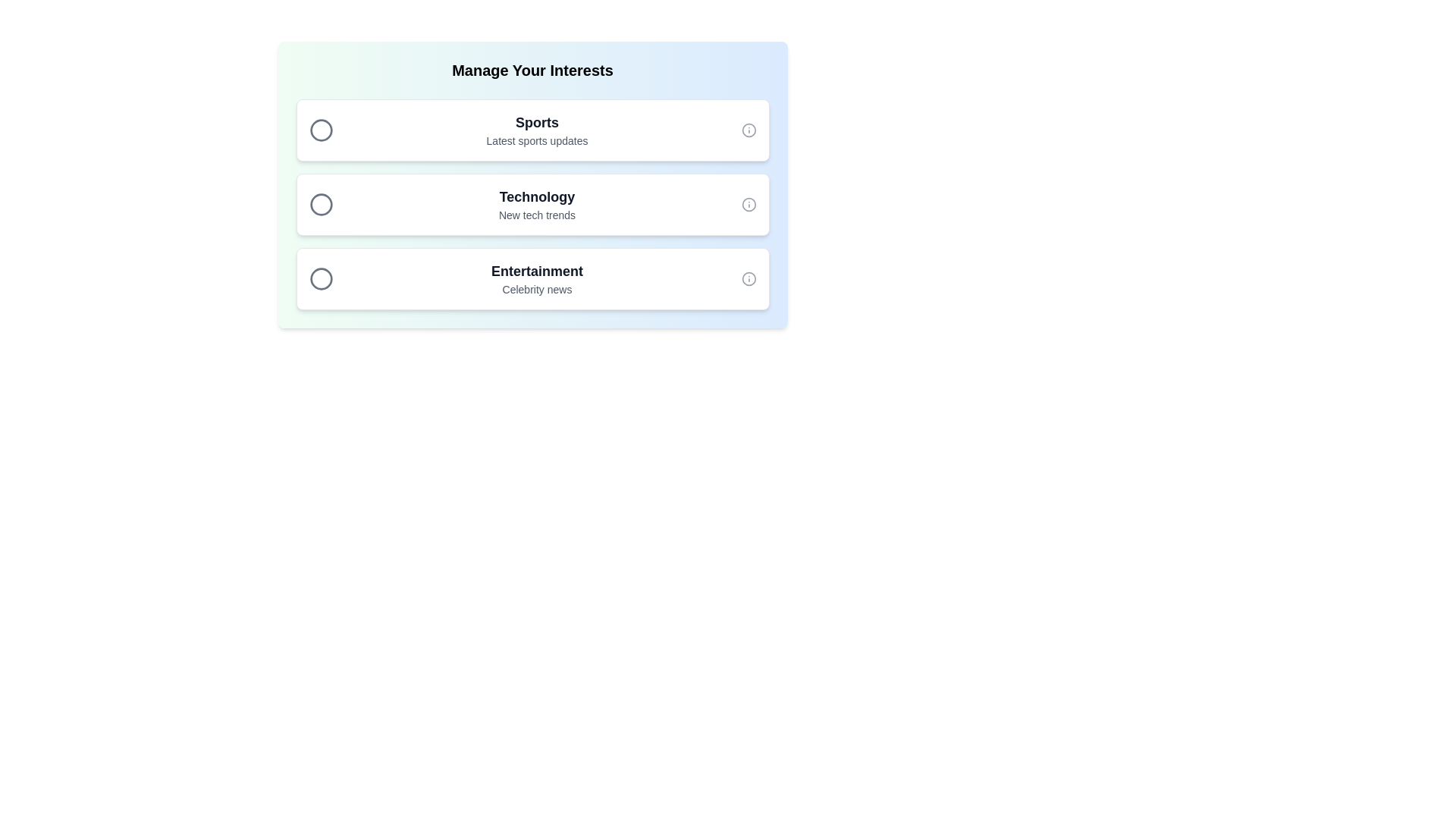  What do you see at coordinates (532, 130) in the screenshot?
I see `the chip item labeled Sports by clicking on it` at bounding box center [532, 130].